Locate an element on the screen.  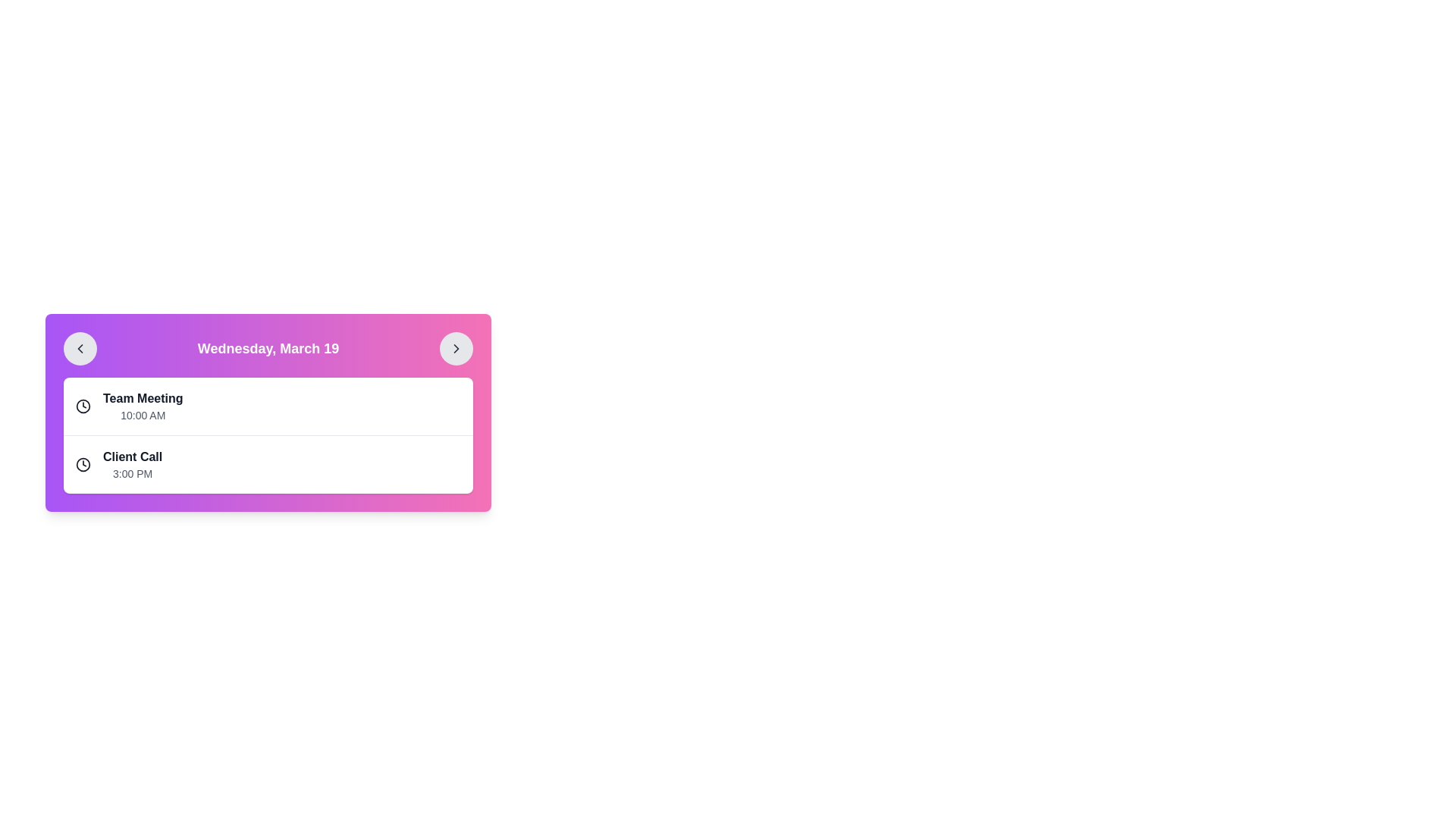
the label that displays the time associated with the 'Client Call' event, located in the second row of the schedule interface, below the 'Client Call' title and aligned to the bottom-right corner is located at coordinates (133, 472).